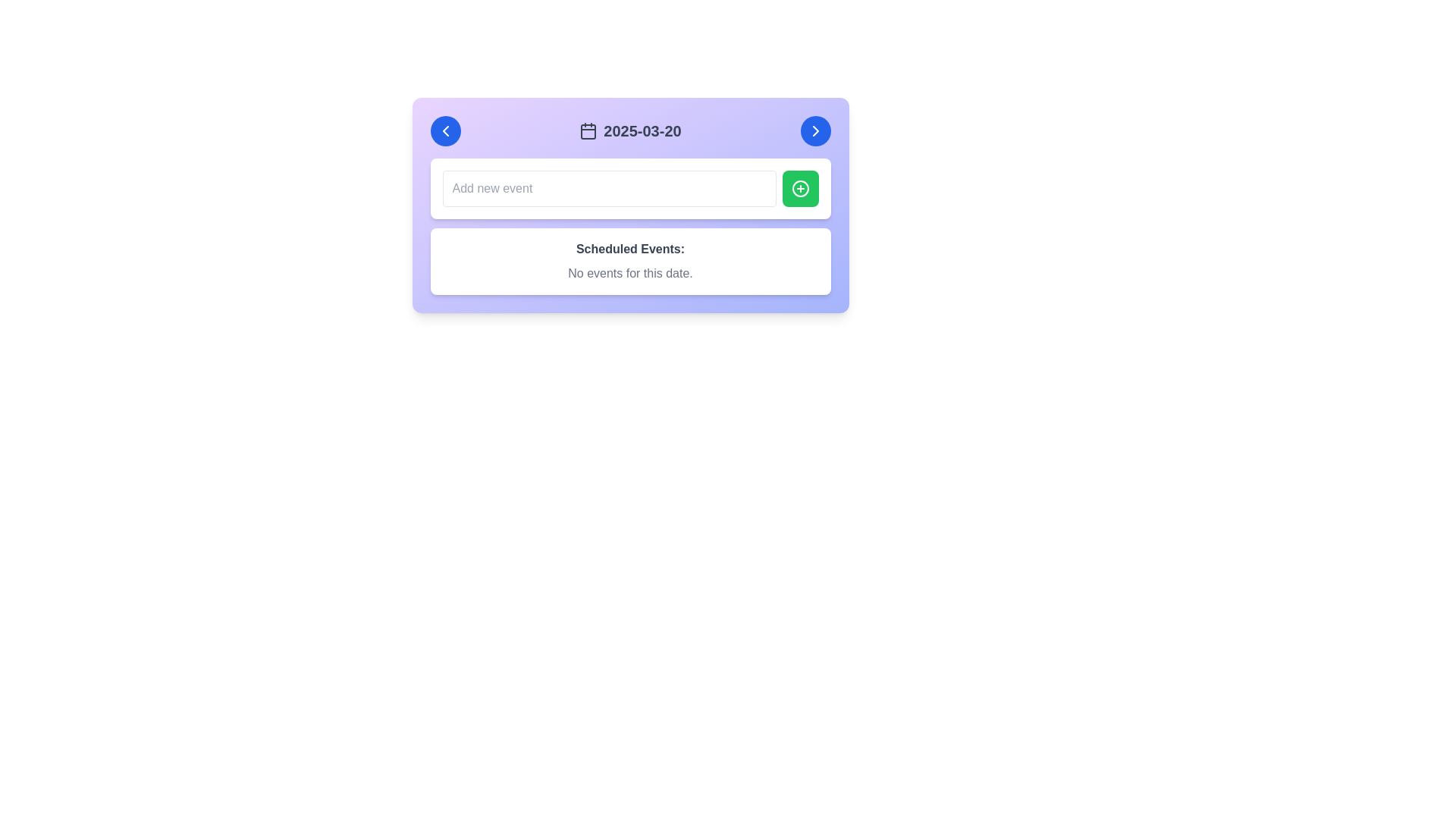 This screenshot has height=819, width=1456. What do you see at coordinates (444, 130) in the screenshot?
I see `the circular blue button with a white left-facing chevron icon located on the far left, to the left of the date display '2025-03-20'` at bounding box center [444, 130].